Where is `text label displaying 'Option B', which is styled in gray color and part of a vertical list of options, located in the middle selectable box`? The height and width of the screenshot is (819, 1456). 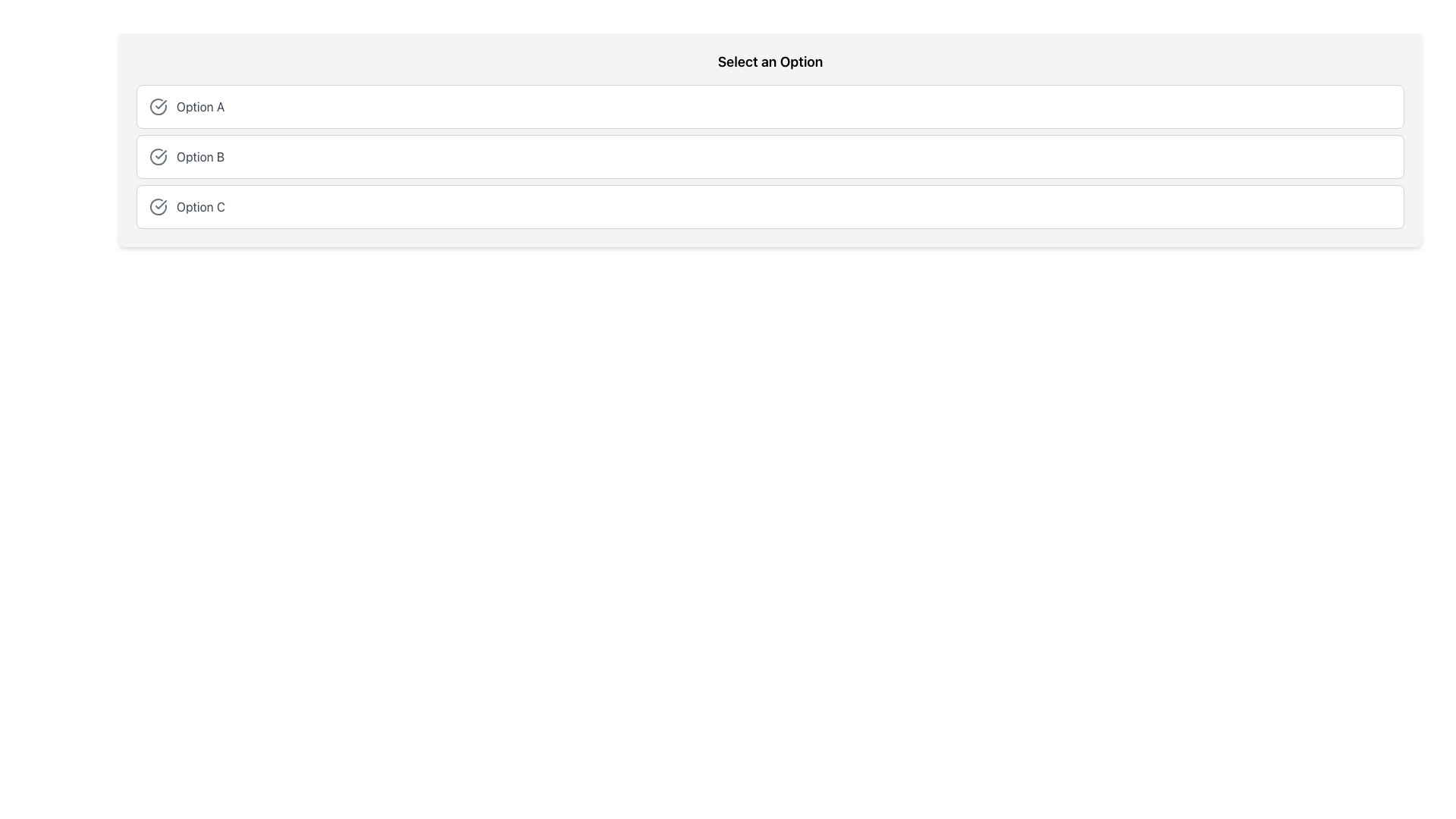
text label displaying 'Option B', which is styled in gray color and part of a vertical list of options, located in the middle selectable box is located at coordinates (199, 157).